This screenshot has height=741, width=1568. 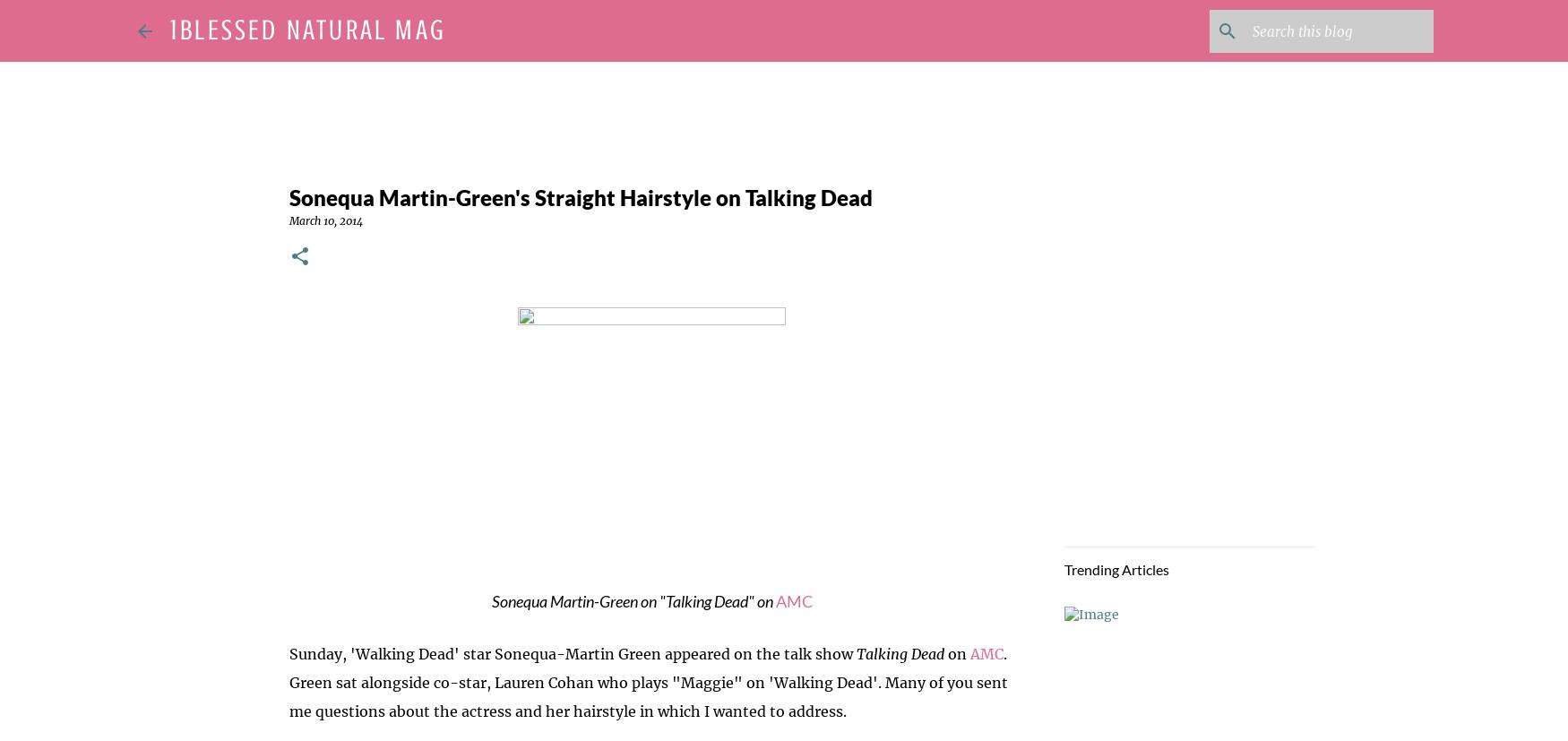 I want to click on 'March 10, 2014', so click(x=324, y=220).